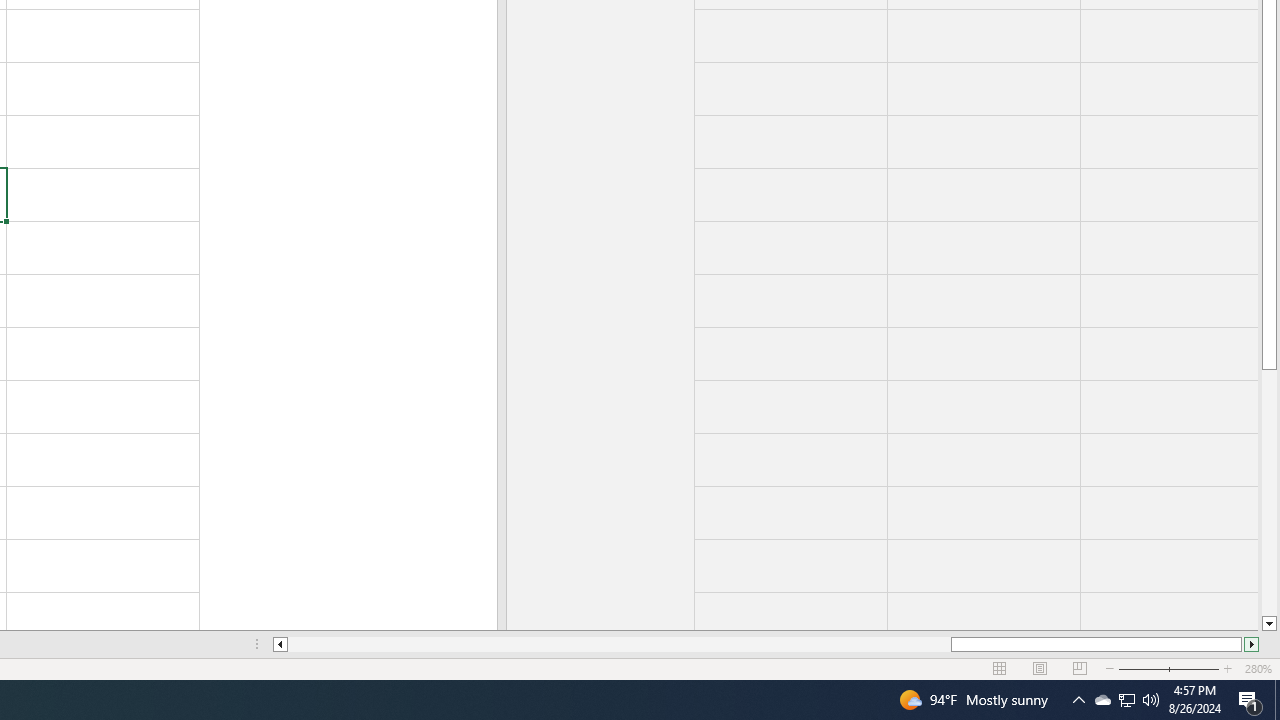  What do you see at coordinates (278, 644) in the screenshot?
I see `'Column left'` at bounding box center [278, 644].